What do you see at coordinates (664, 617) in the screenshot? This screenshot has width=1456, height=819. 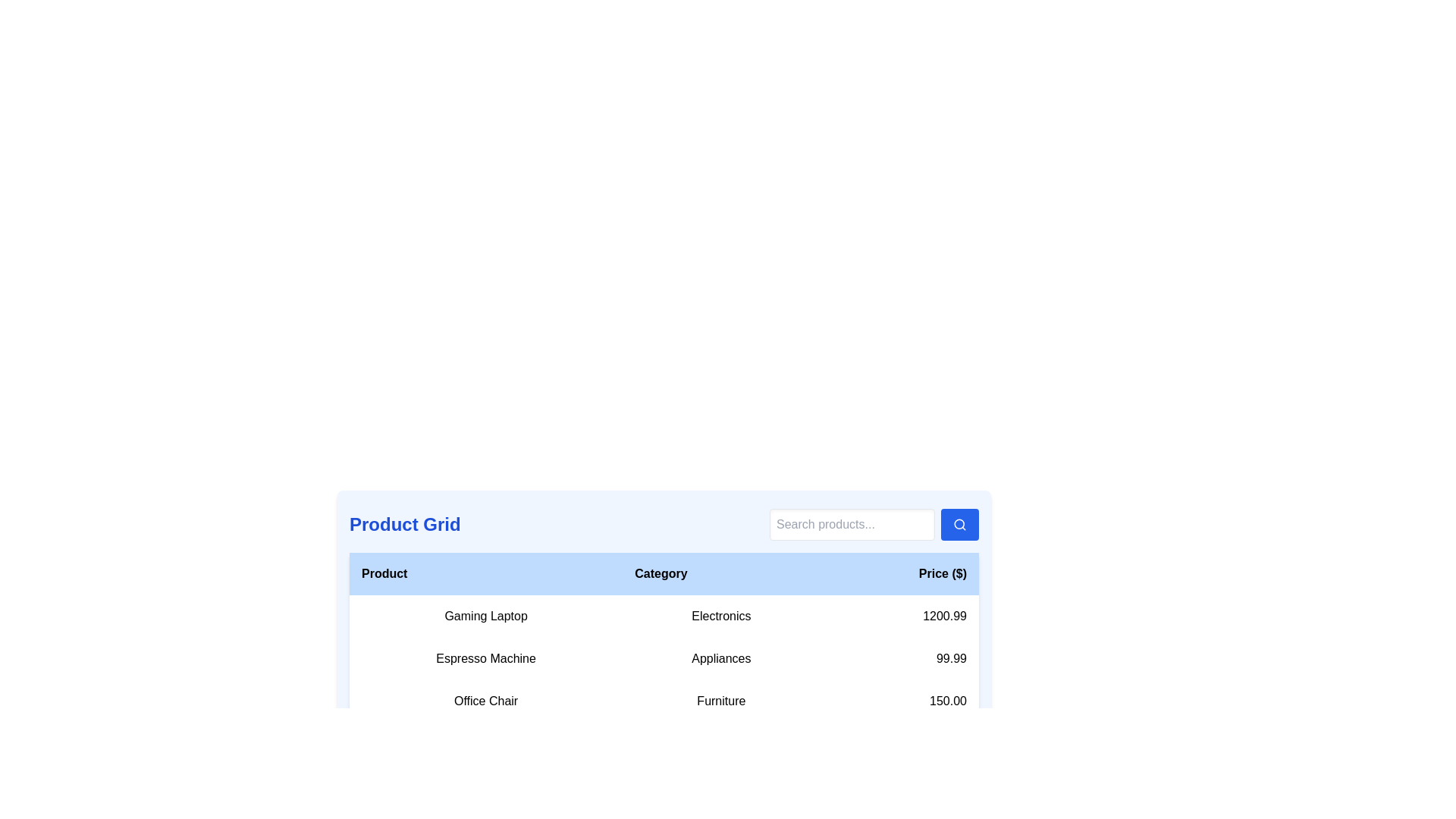 I see `the first row of the data table` at bounding box center [664, 617].